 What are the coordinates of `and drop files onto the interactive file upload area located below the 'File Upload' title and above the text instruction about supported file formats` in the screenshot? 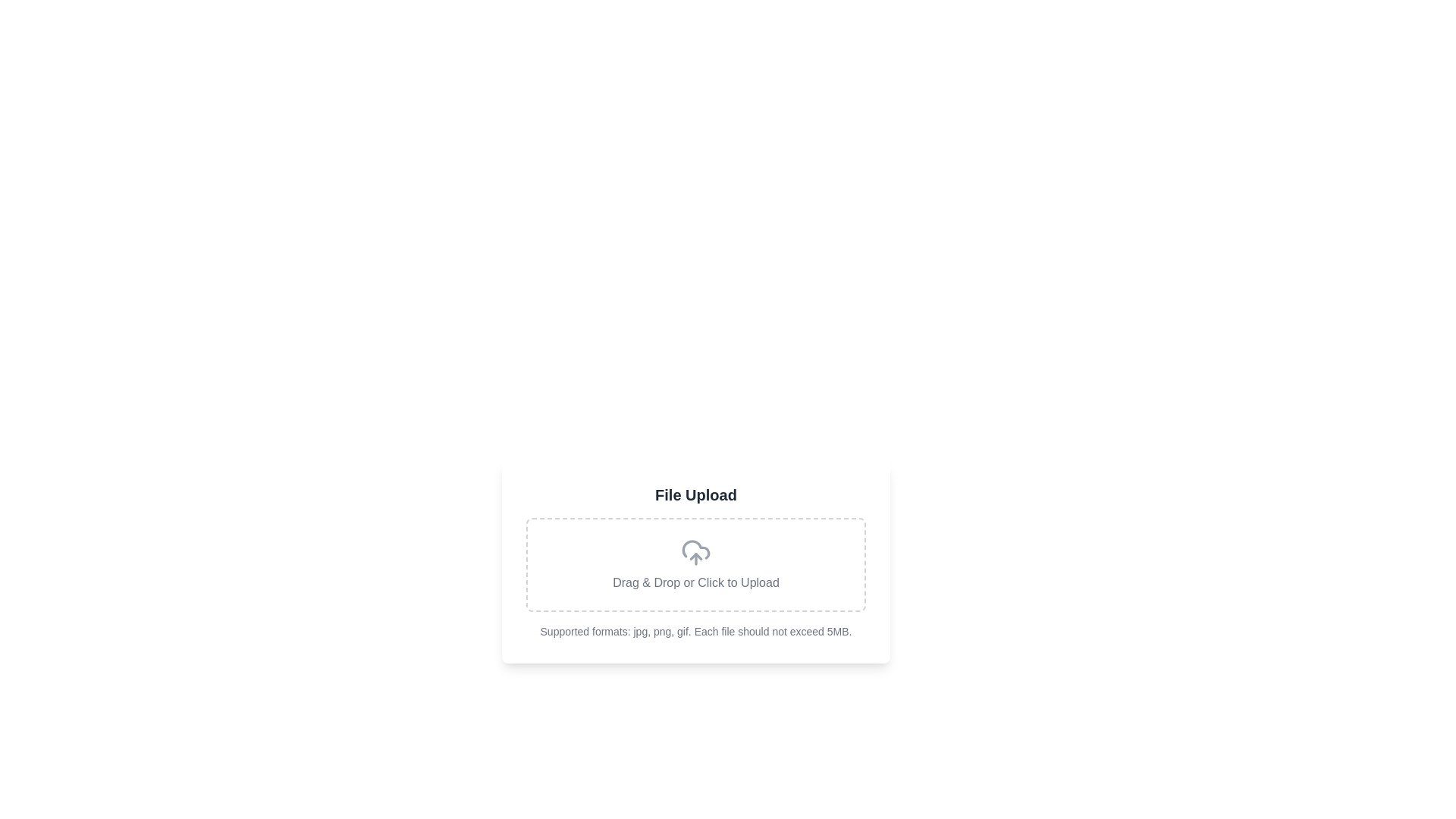 It's located at (695, 564).